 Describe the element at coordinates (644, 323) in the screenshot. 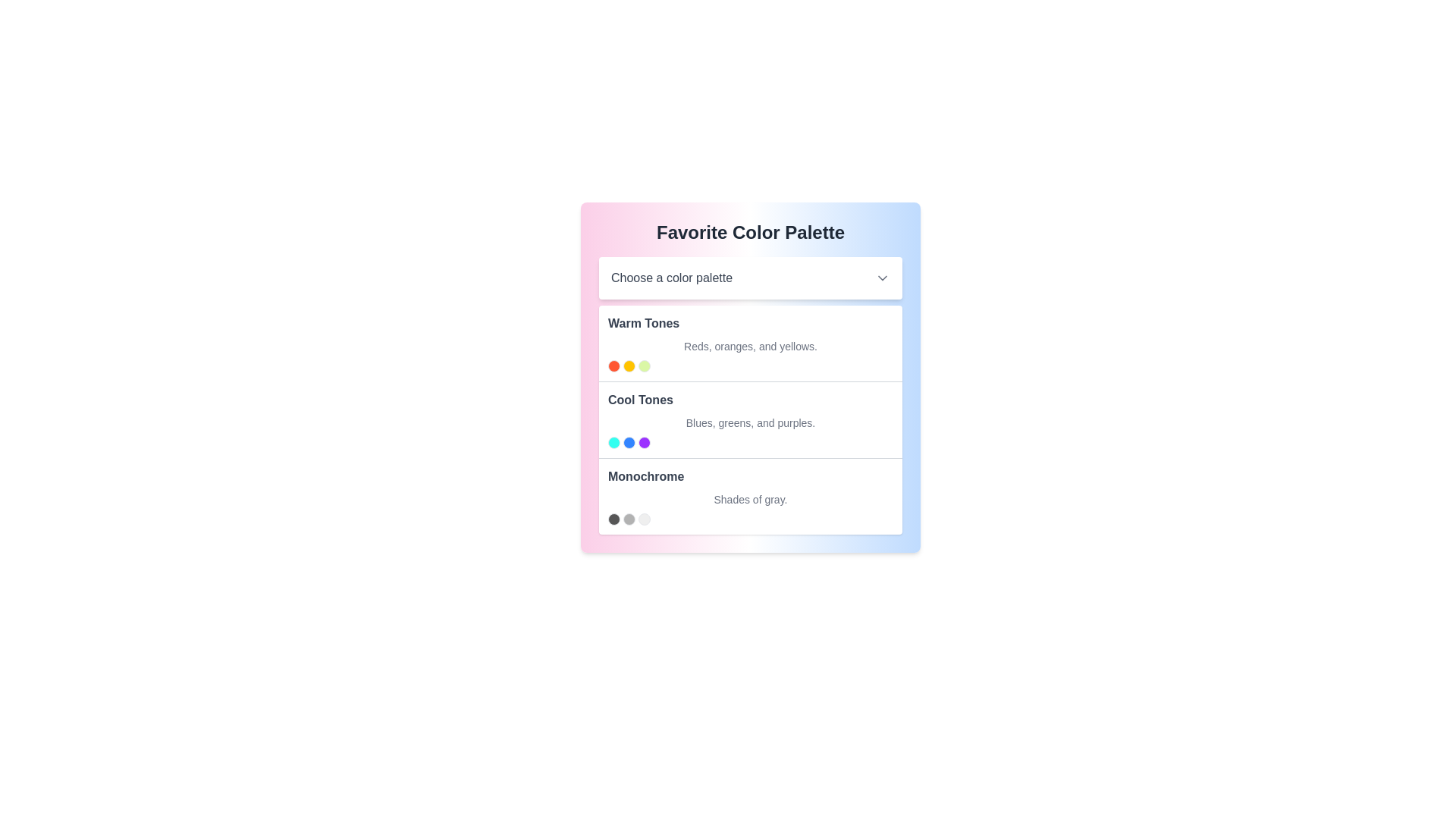

I see `the 'Warm Tones' text label, which is styled in bold dark gray and serves as the heading for the color palette category` at that location.